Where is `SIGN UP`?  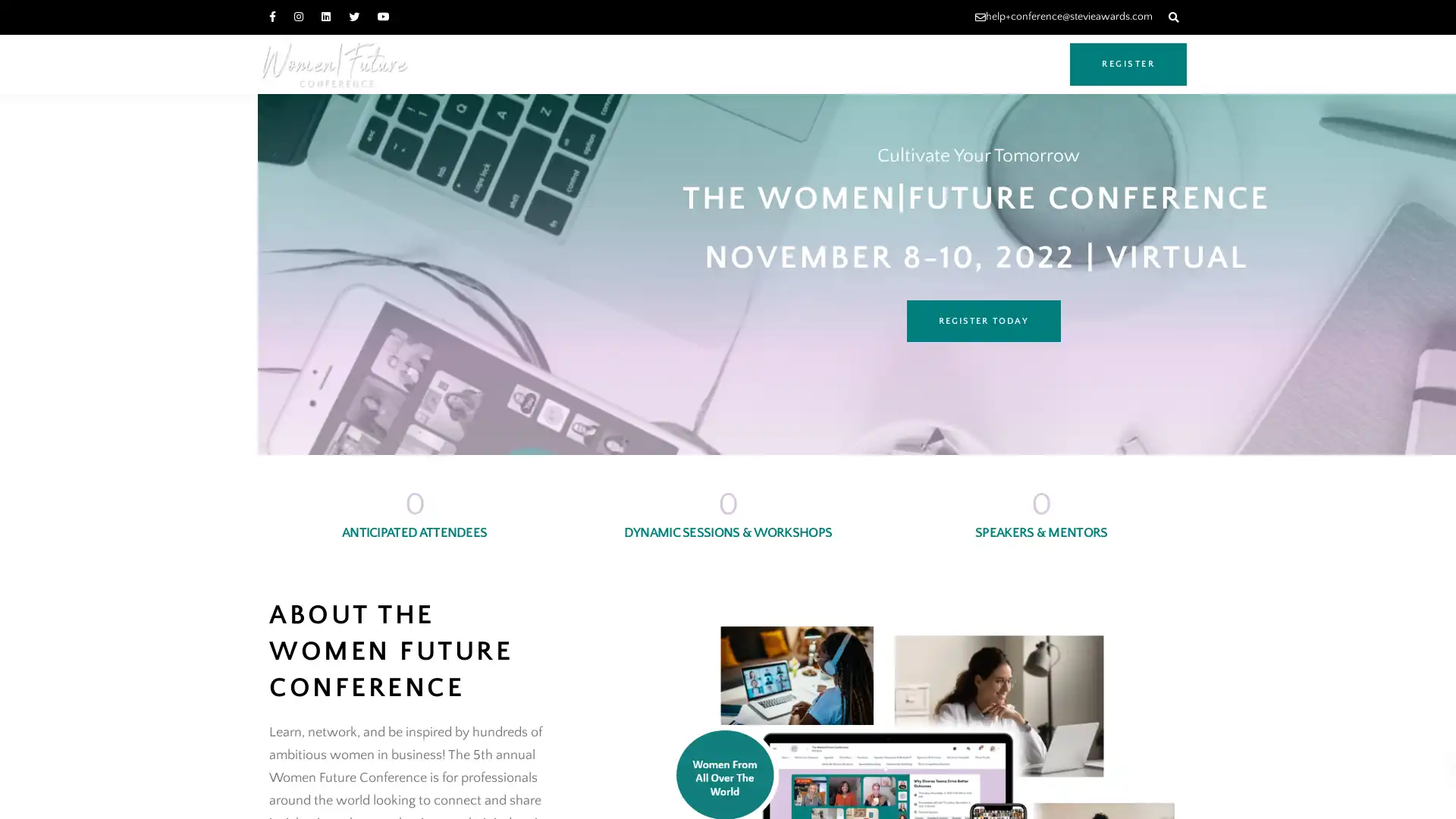
SIGN UP is located at coordinates (159, 789).